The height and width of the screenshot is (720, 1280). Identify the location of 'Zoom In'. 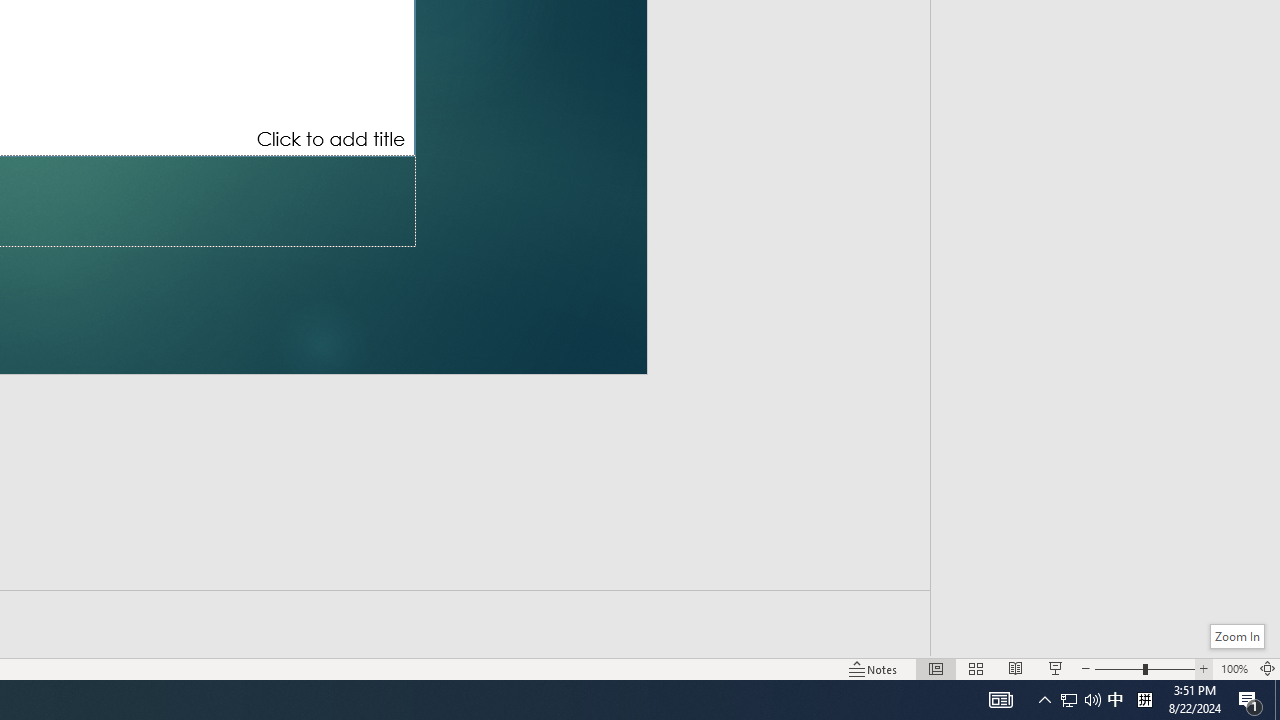
(1236, 636).